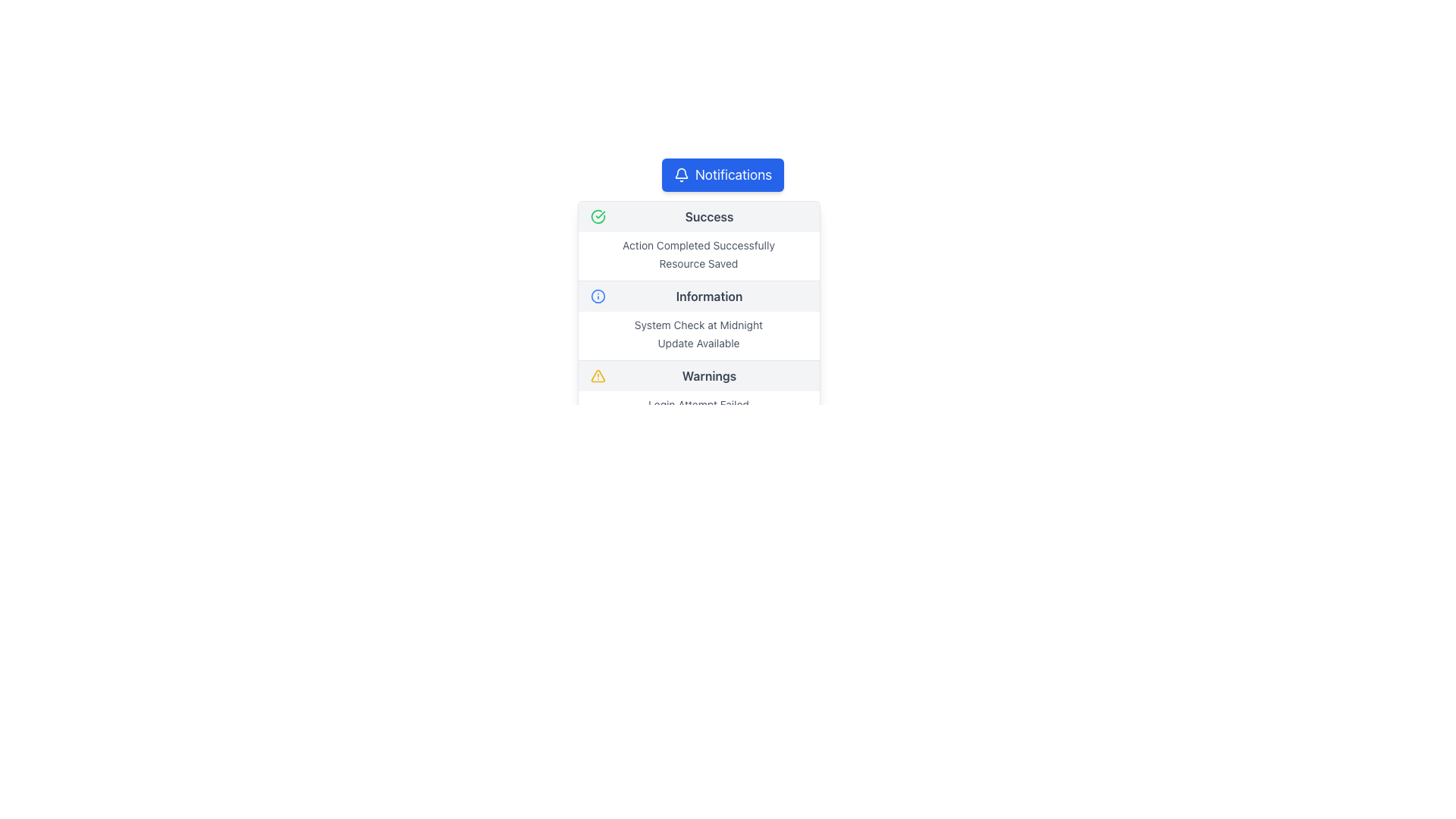  What do you see at coordinates (680, 174) in the screenshot?
I see `the bell icon located to the left of the 'Notifications' text within the blue button at the top-left area of the interface` at bounding box center [680, 174].